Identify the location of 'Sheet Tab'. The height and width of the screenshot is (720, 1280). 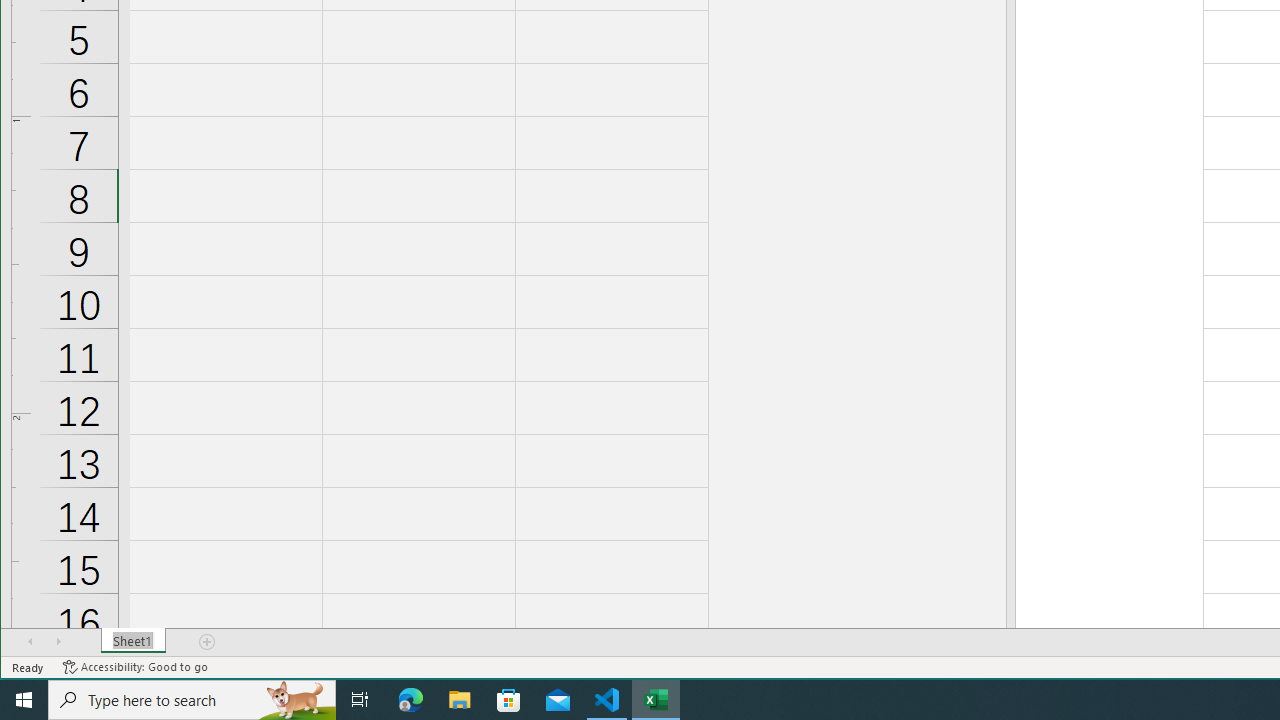
(132, 641).